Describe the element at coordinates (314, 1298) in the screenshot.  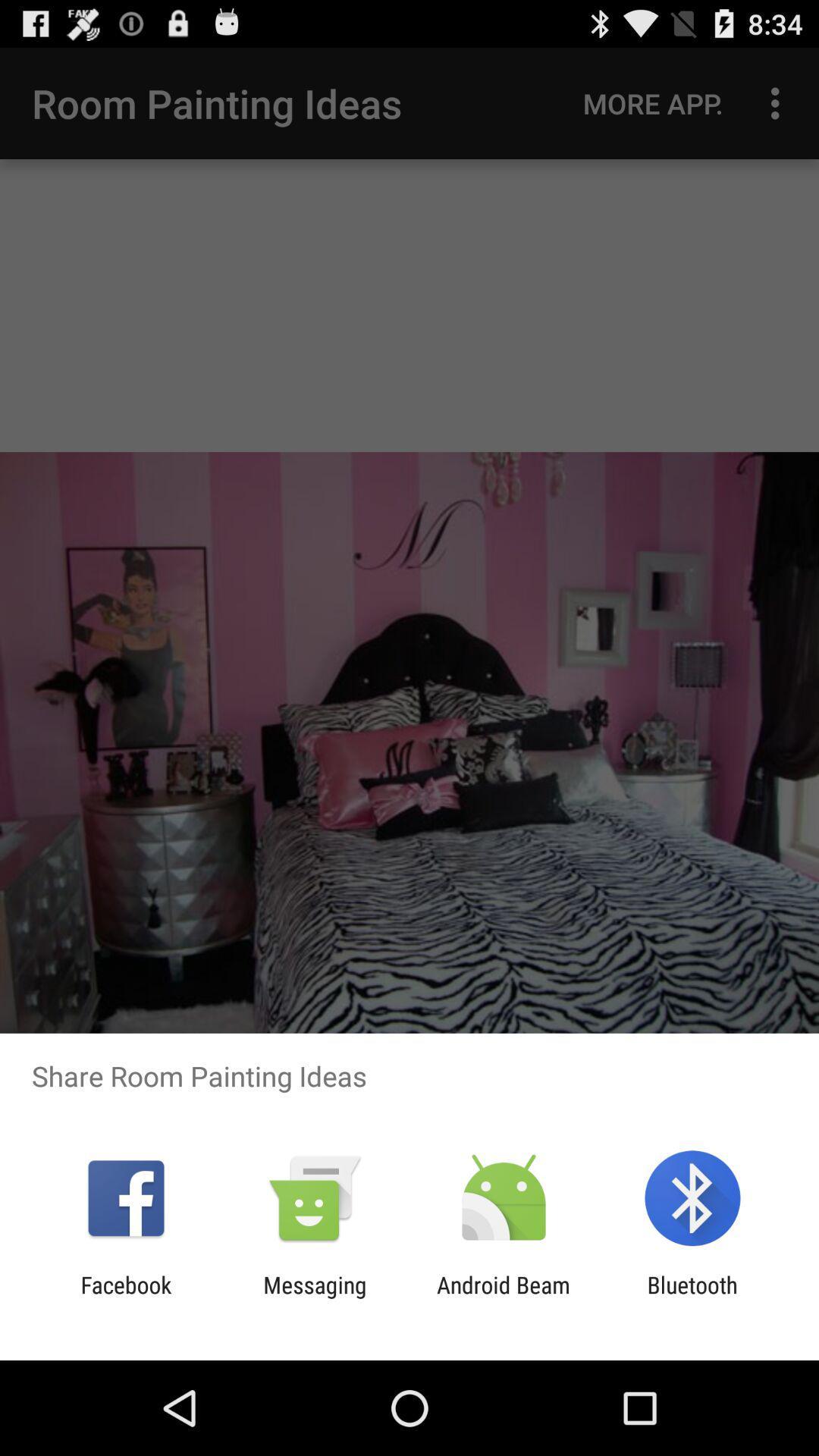
I see `the messaging` at that location.